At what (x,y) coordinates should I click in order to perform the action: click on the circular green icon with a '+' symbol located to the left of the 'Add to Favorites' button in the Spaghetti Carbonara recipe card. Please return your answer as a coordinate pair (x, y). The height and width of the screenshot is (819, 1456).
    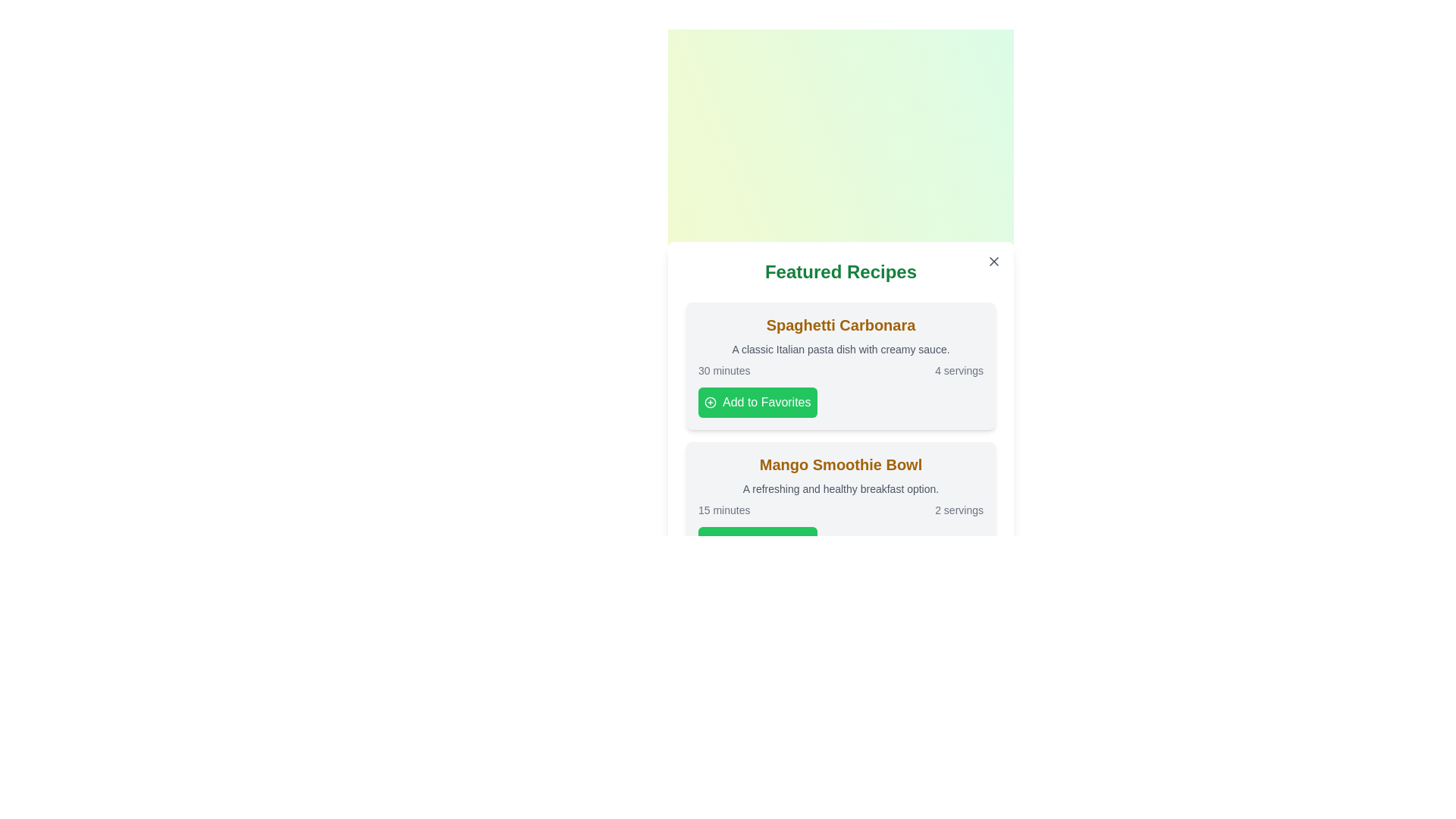
    Looking at the image, I should click on (709, 402).